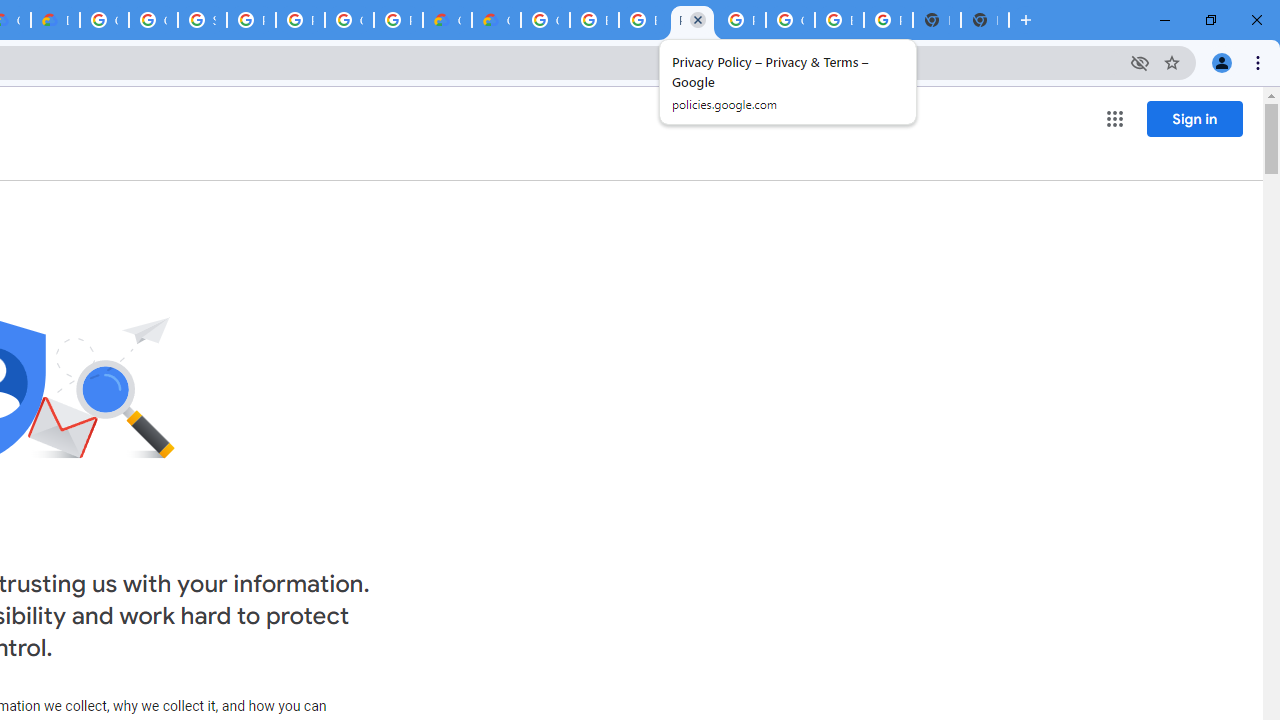  I want to click on 'New Tab', so click(984, 20).